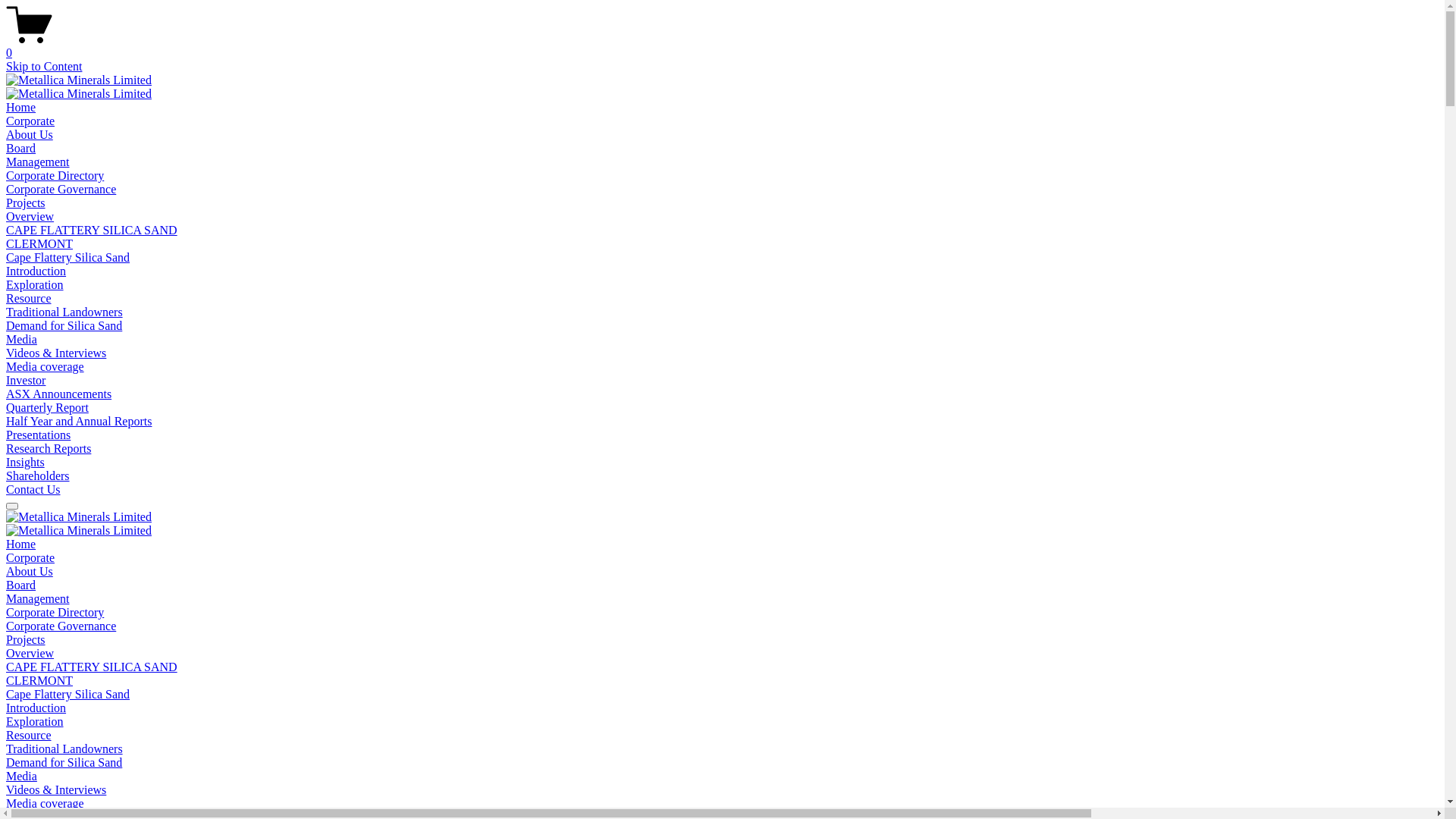 The image size is (1456, 819). I want to click on 'Presentations', so click(6, 435).